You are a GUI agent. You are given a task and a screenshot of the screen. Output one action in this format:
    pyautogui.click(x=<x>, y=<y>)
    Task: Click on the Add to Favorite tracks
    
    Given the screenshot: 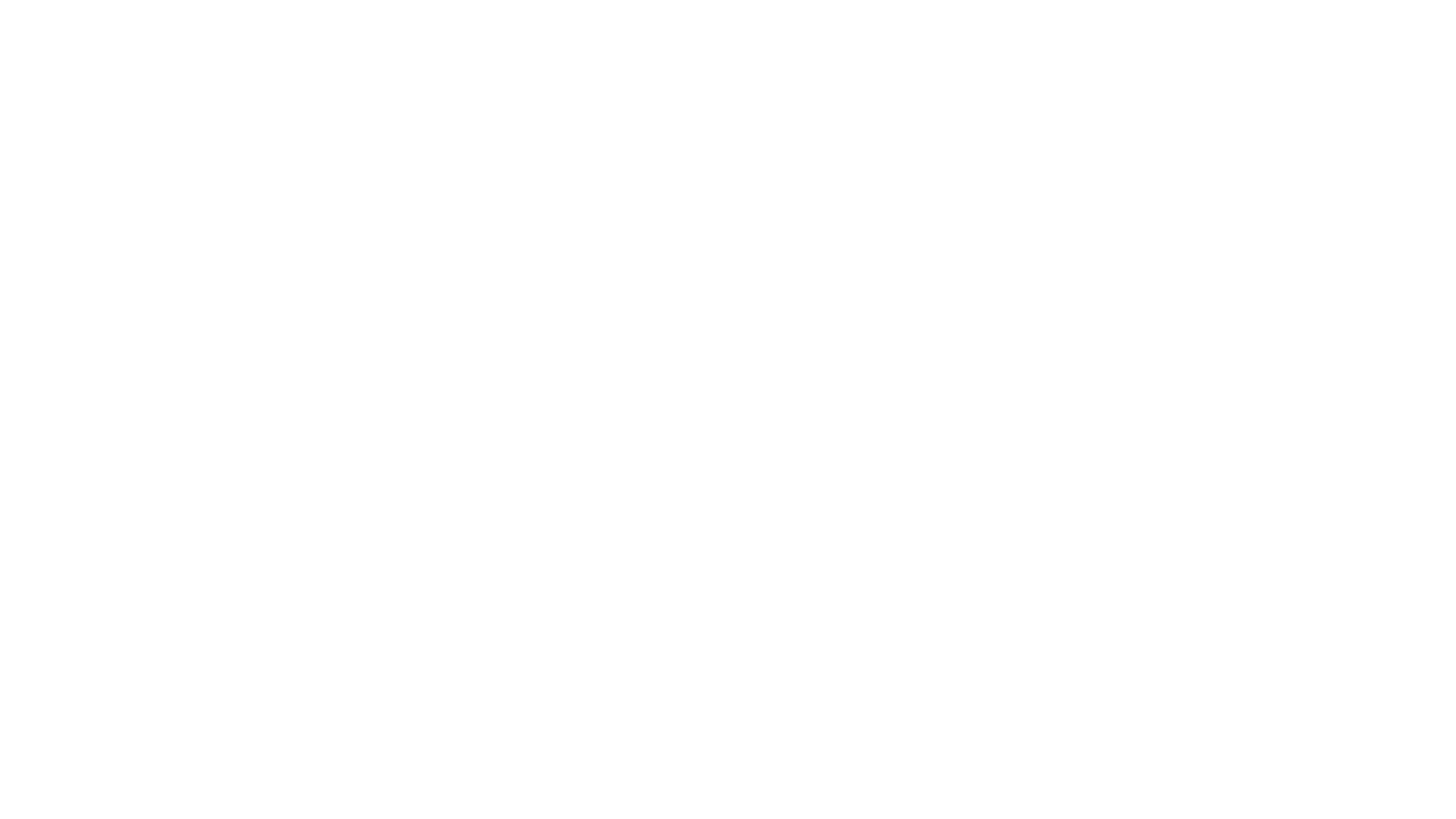 What is the action you would take?
    pyautogui.click(x=240, y=571)
    